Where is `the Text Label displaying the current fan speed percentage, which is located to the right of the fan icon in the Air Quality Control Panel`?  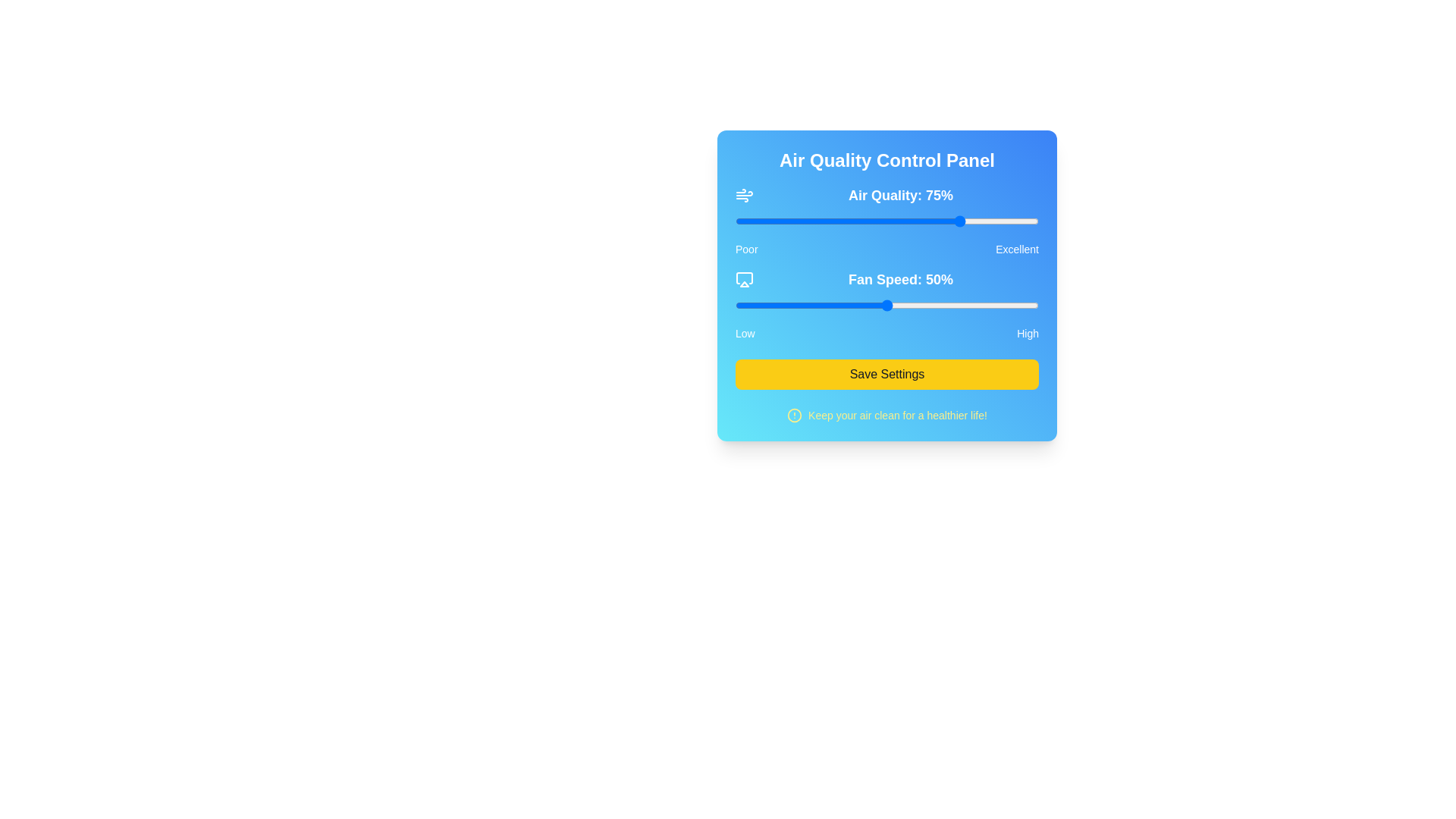 the Text Label displaying the current fan speed percentage, which is located to the right of the fan icon in the Air Quality Control Panel is located at coordinates (901, 280).